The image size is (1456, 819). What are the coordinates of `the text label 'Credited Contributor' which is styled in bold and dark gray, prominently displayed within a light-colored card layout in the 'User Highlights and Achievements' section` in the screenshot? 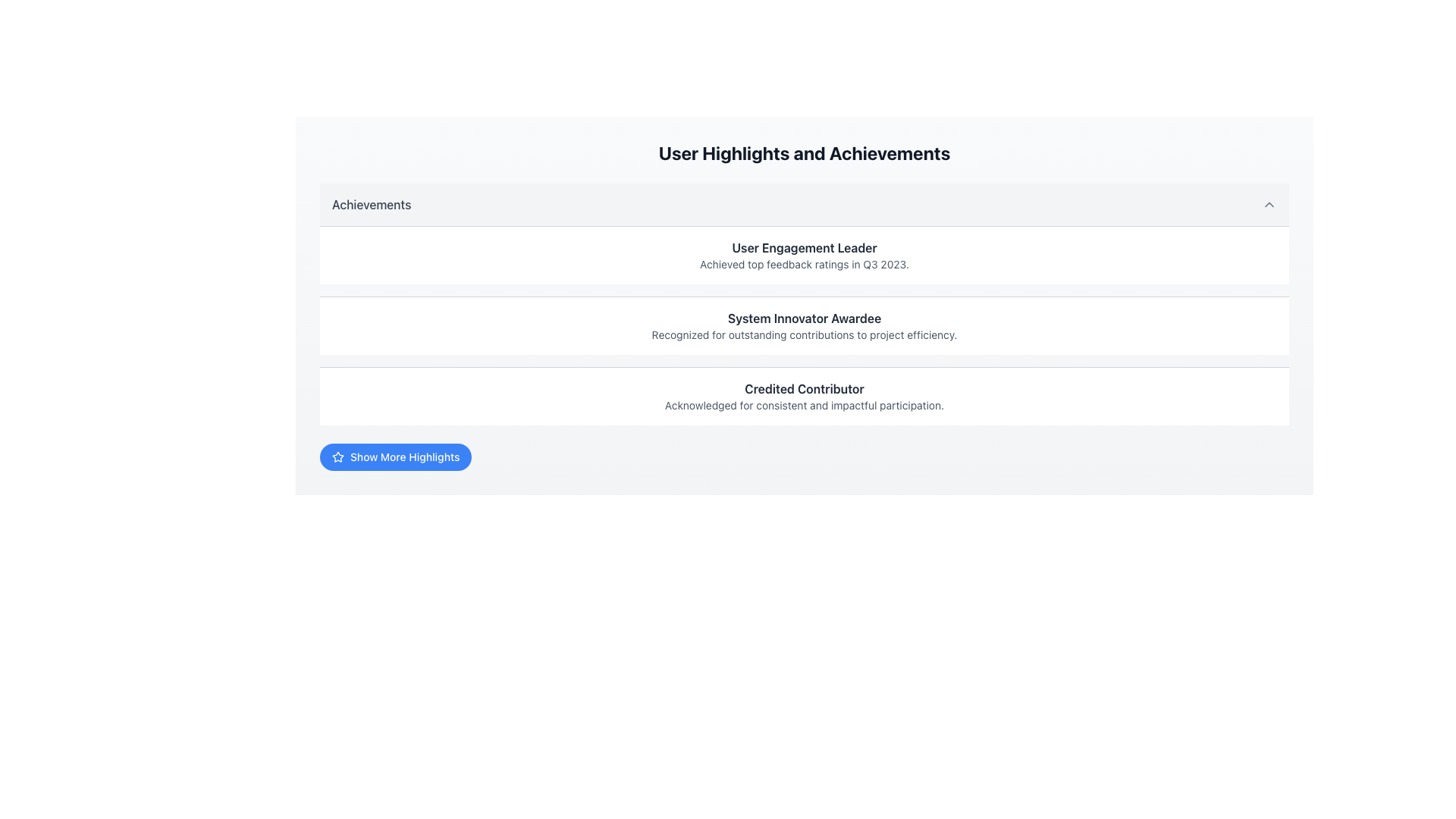 It's located at (803, 388).